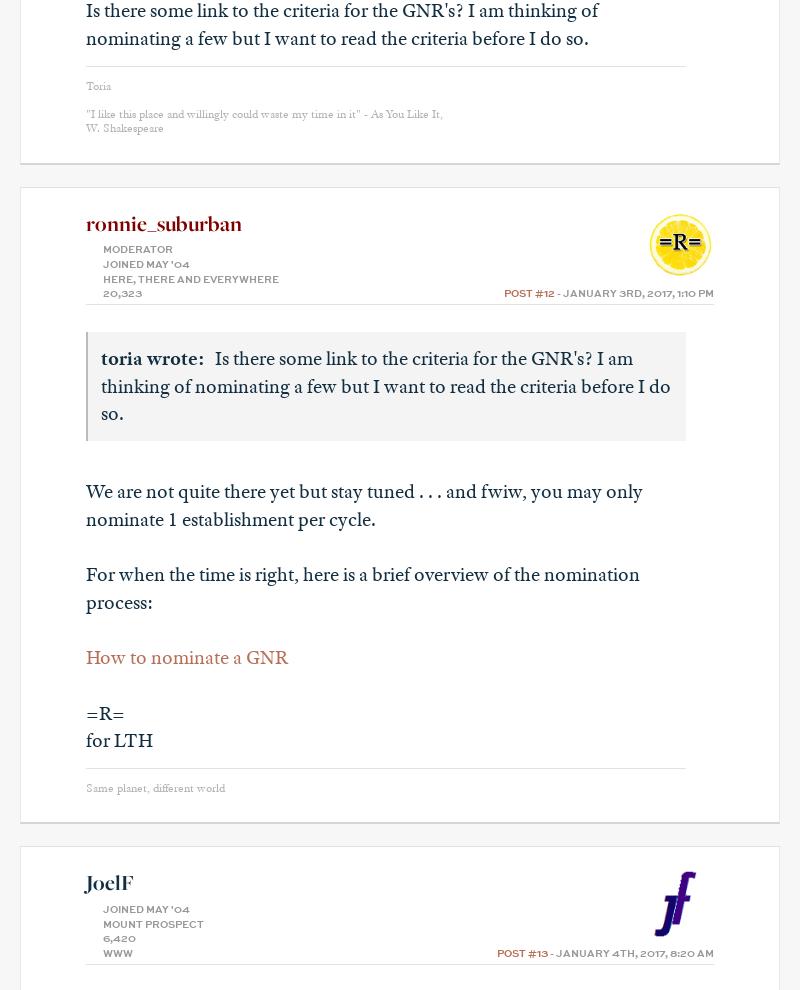 Image resolution: width=800 pixels, height=990 pixels. I want to click on 'Www', so click(117, 953).